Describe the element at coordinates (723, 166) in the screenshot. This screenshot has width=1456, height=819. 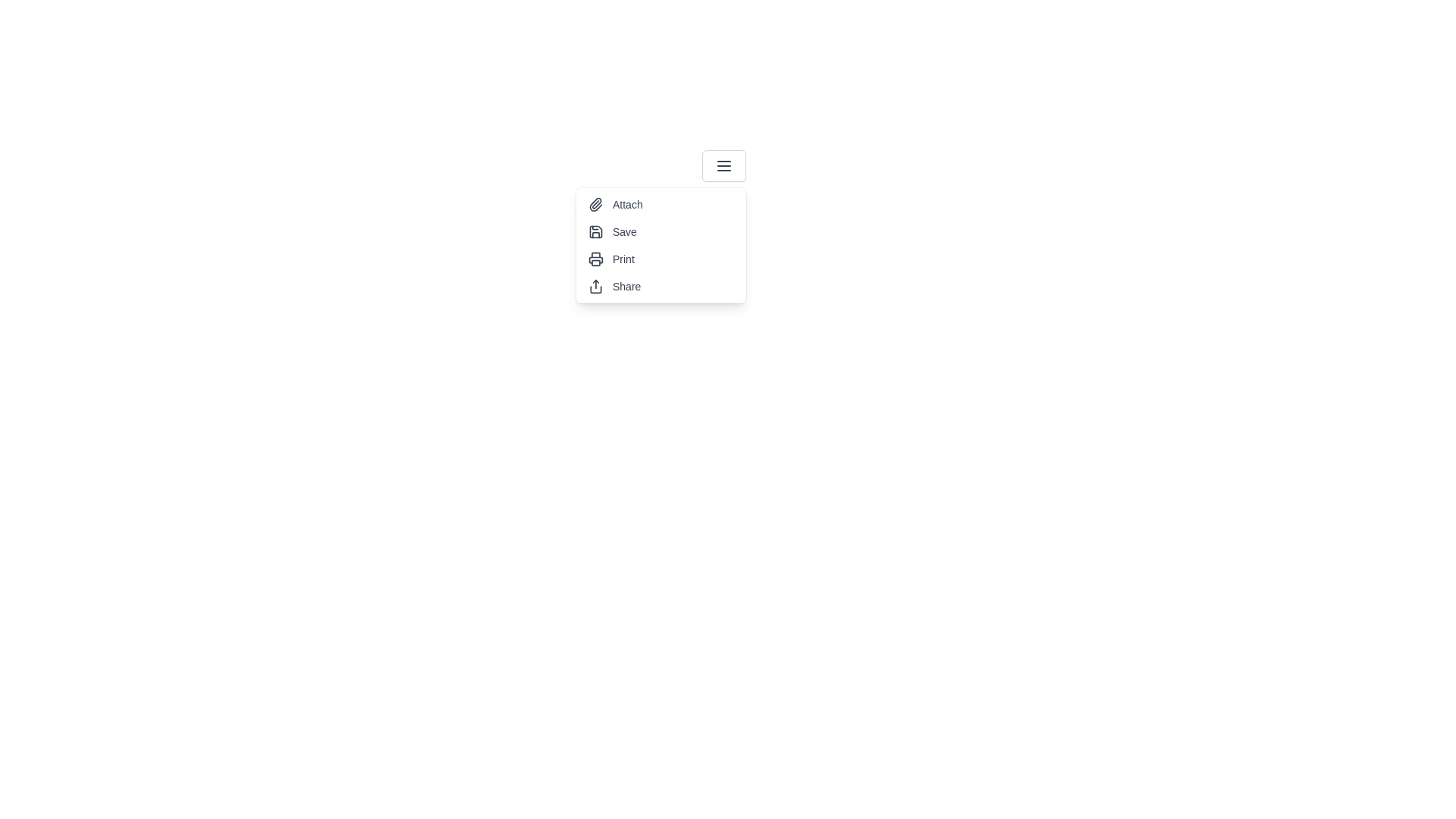
I see `the menu (hamburger) icon located at the top-right corner` at that location.